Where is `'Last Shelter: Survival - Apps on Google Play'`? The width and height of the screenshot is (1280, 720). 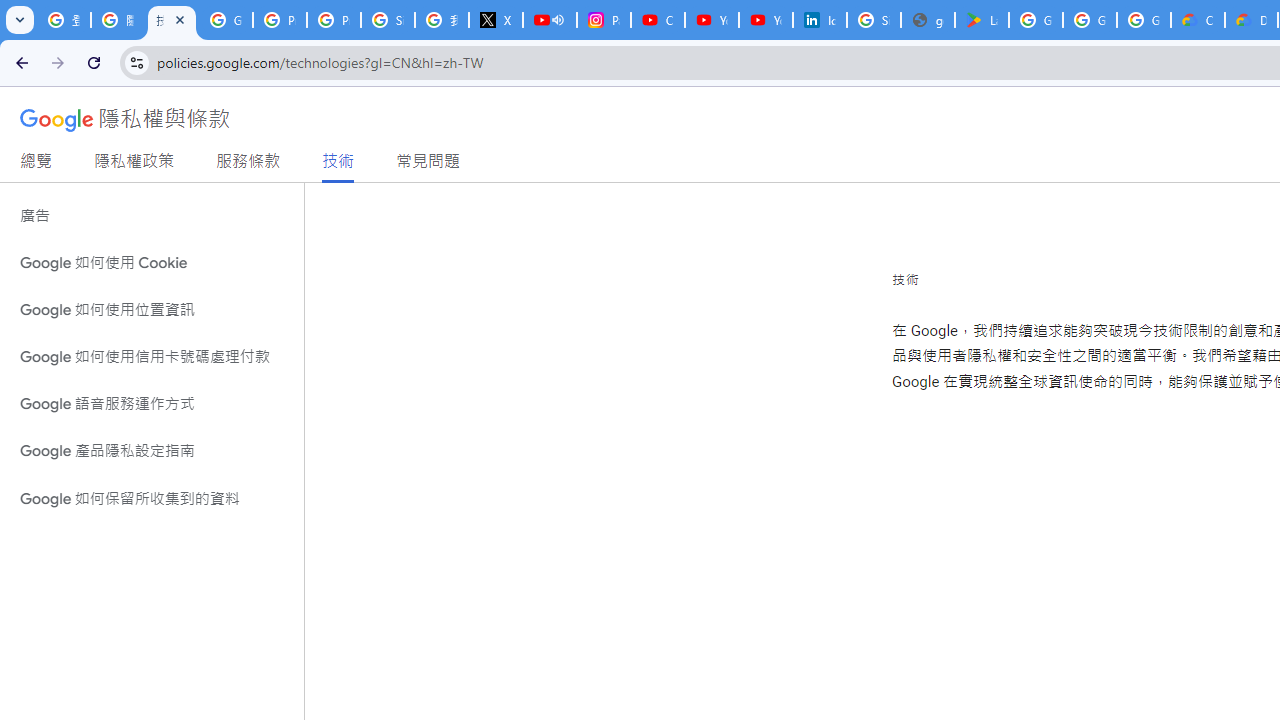
'Last Shelter: Survival - Apps on Google Play' is located at coordinates (981, 20).